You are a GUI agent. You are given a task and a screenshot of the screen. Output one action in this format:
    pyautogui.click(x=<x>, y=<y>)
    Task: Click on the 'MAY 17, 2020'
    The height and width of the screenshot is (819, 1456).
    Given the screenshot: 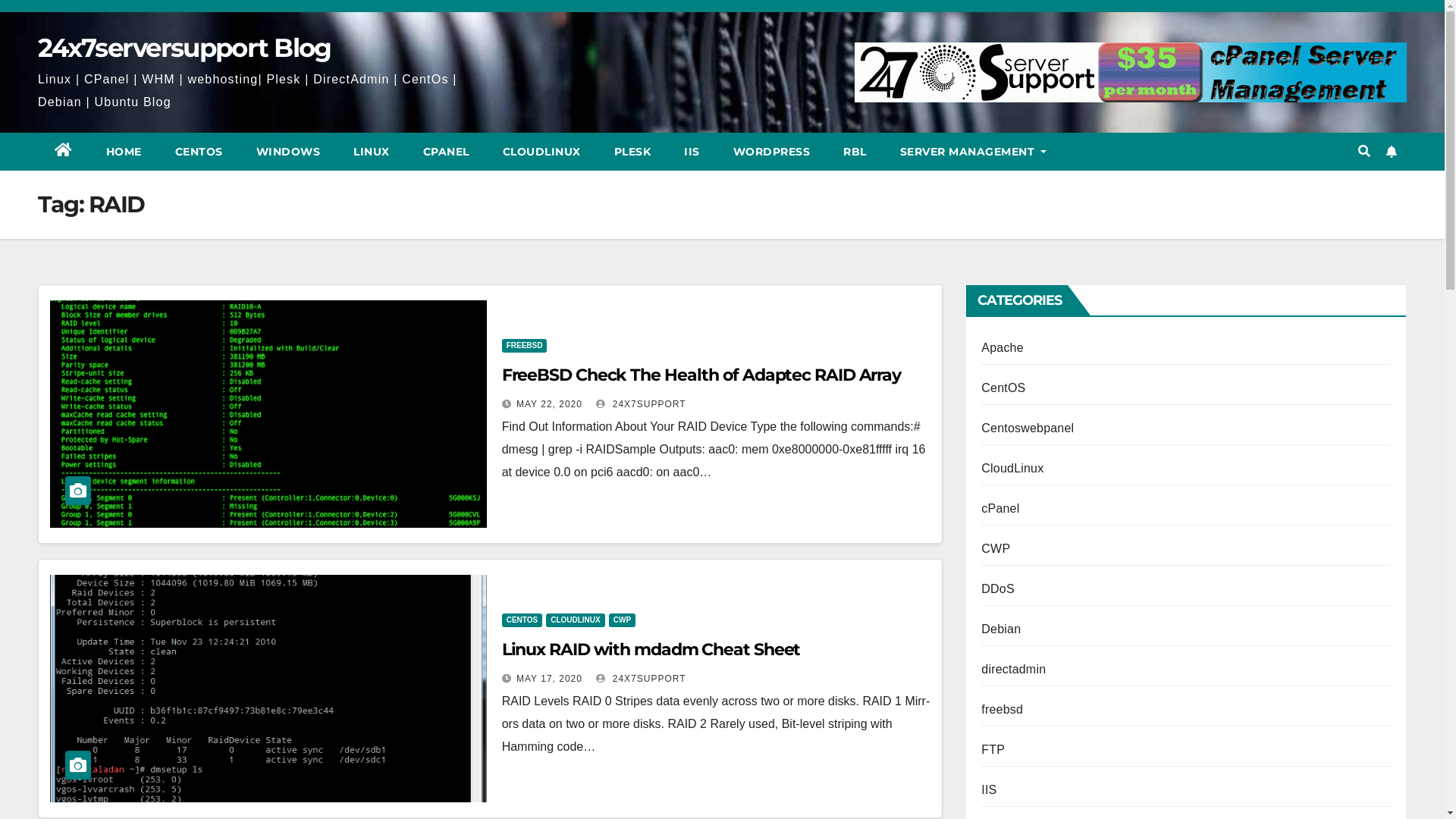 What is the action you would take?
    pyautogui.click(x=548, y=677)
    